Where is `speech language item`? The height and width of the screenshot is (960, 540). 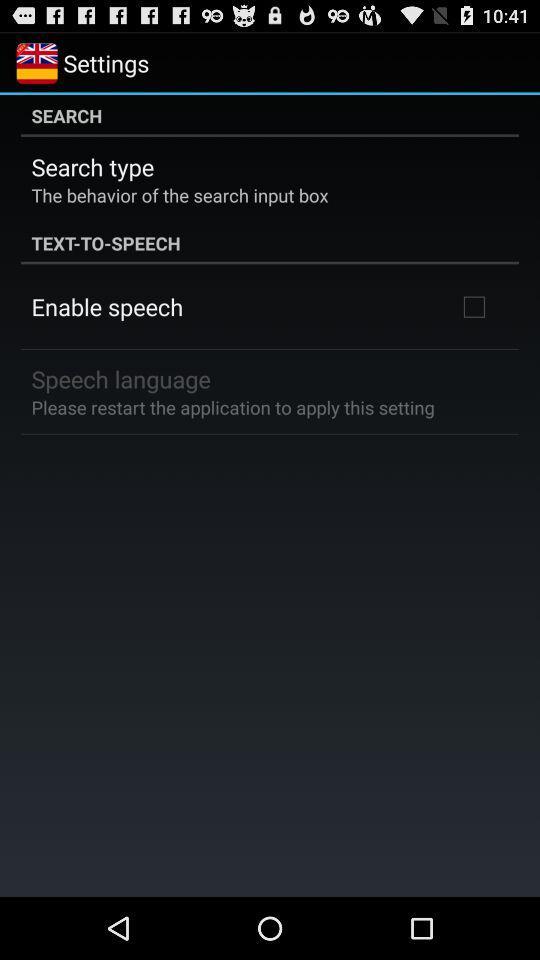 speech language item is located at coordinates (121, 377).